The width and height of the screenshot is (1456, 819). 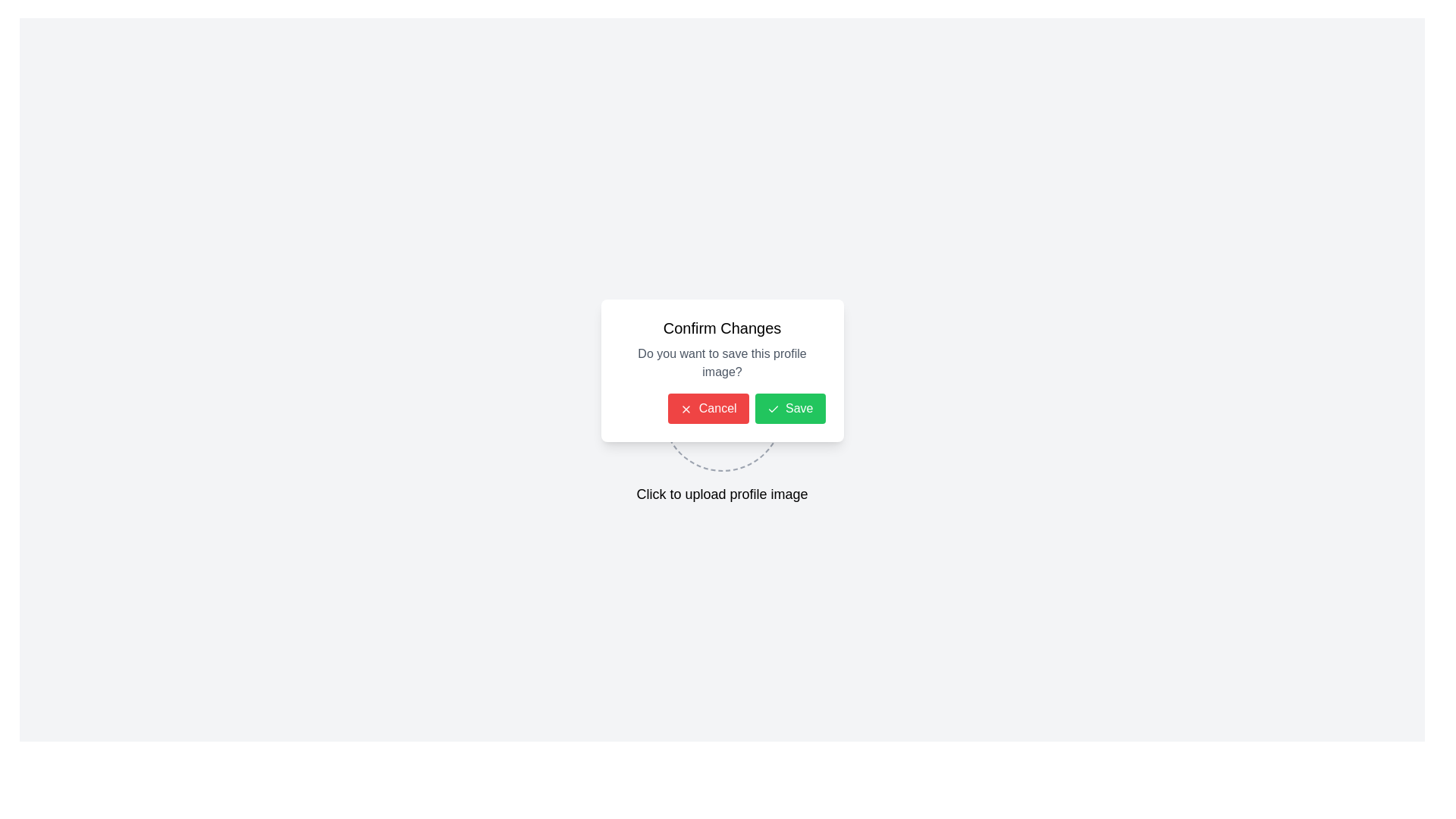 I want to click on the 'Cancel' button located on the left side of the button group in the modal dialog box, so click(x=721, y=408).